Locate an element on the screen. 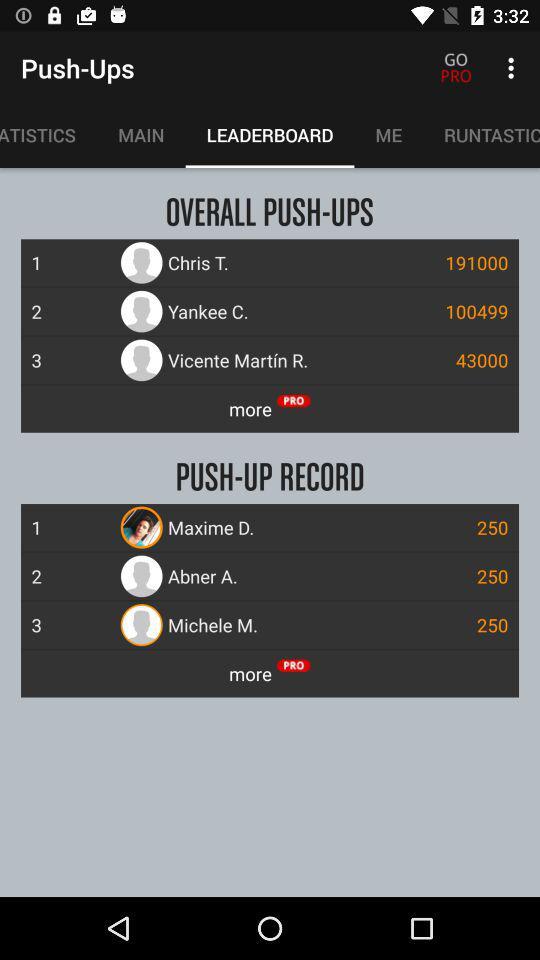 The width and height of the screenshot is (540, 960). the item next to main is located at coordinates (48, 134).